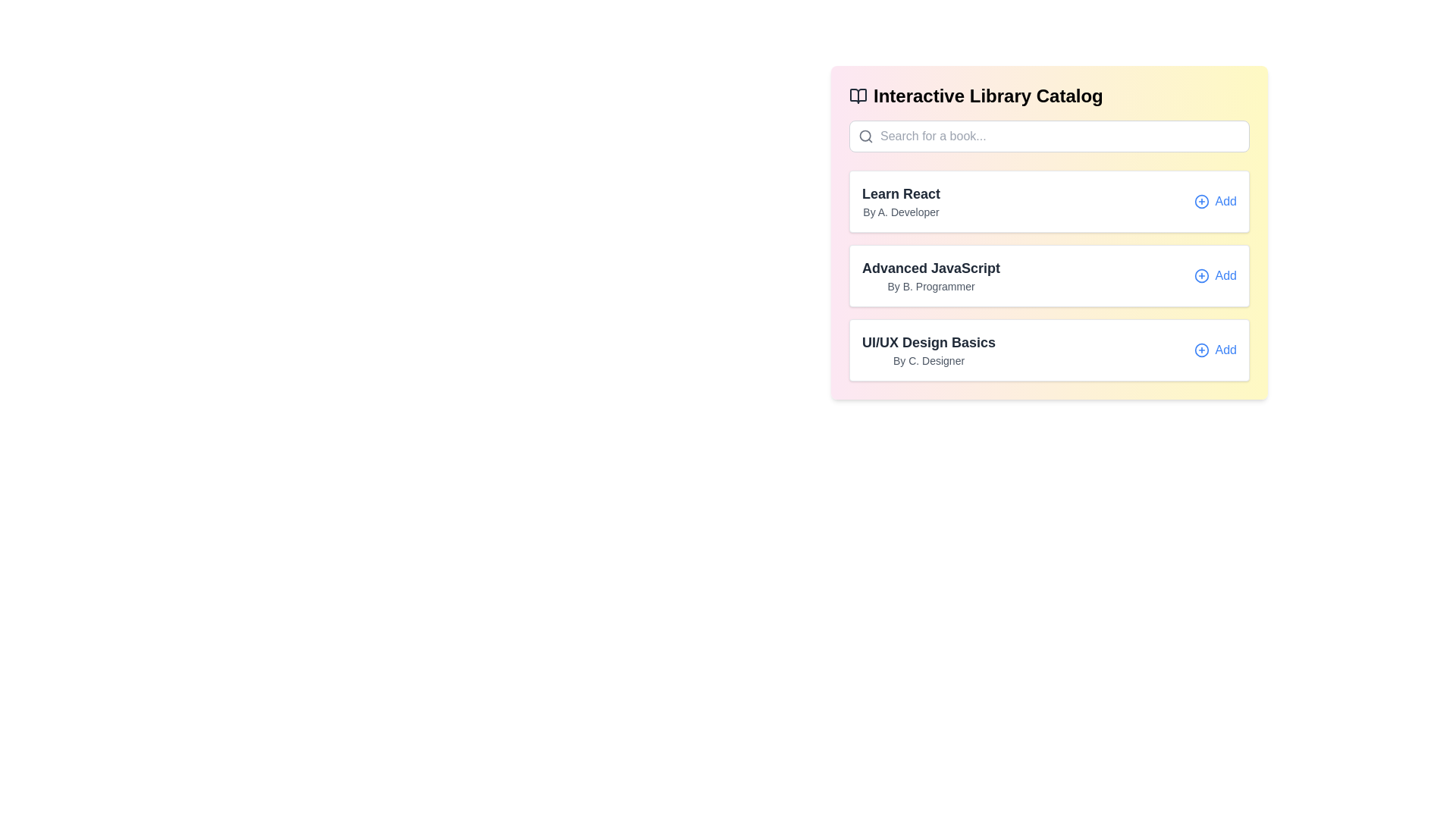 The image size is (1456, 819). Describe the element at coordinates (930, 275) in the screenshot. I see `the text element displaying 'Advanced JavaScript' by B. Programmer, which is the second item in a vertical list of book suggestions` at that location.